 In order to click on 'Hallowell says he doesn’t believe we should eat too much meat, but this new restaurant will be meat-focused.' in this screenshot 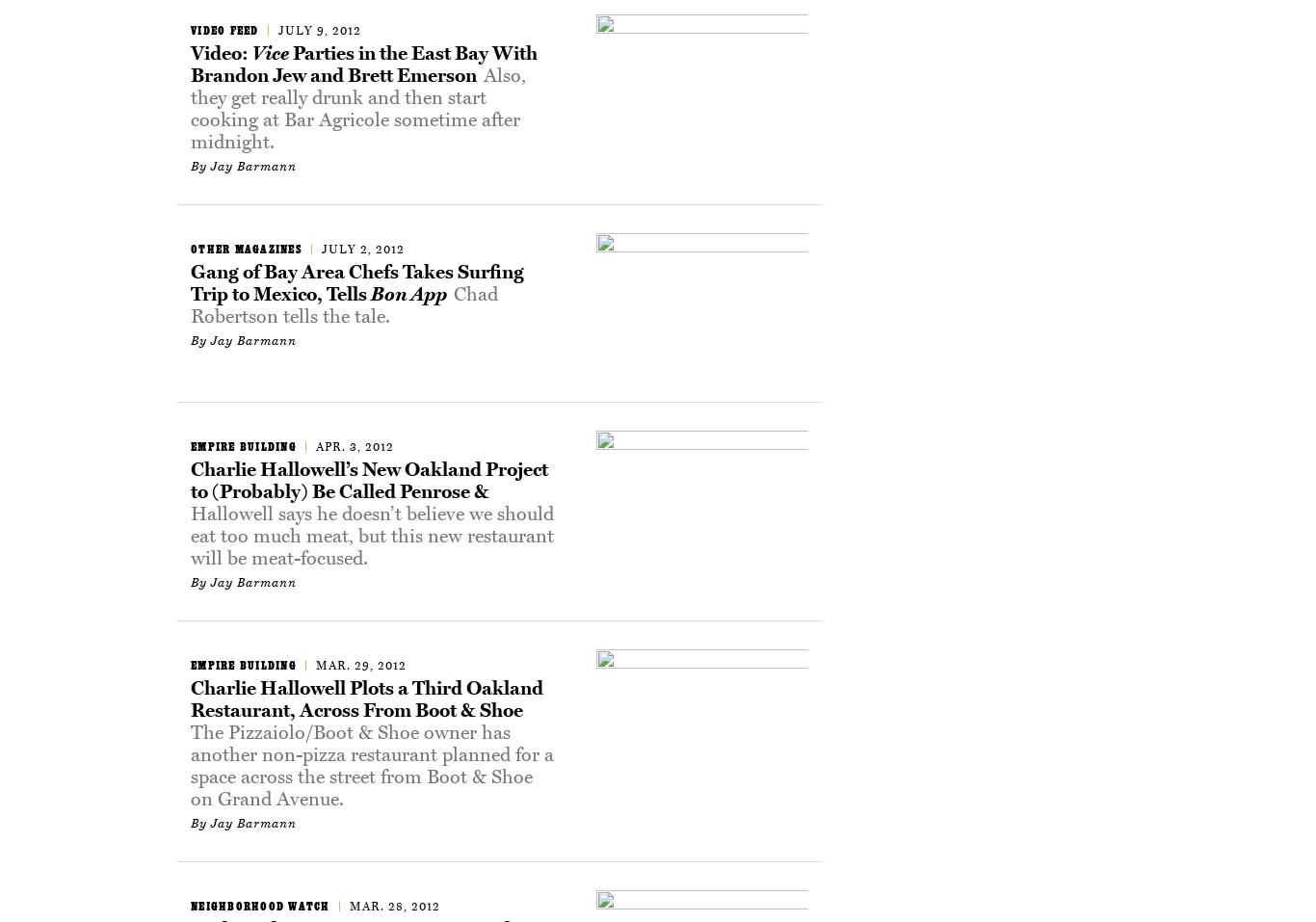, I will do `click(189, 536)`.